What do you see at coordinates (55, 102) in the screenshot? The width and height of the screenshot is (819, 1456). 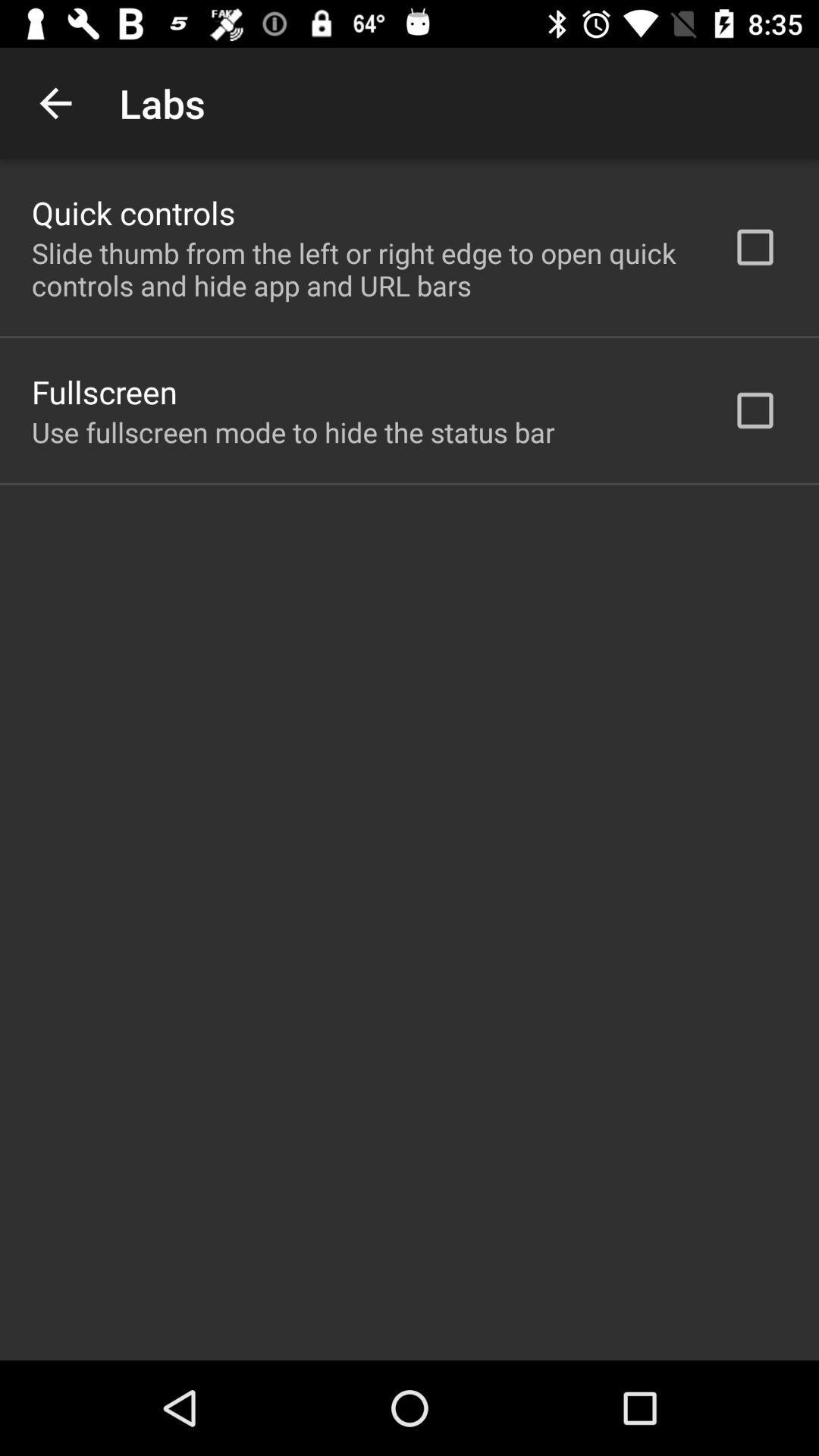 I see `the app above quick controls icon` at bounding box center [55, 102].